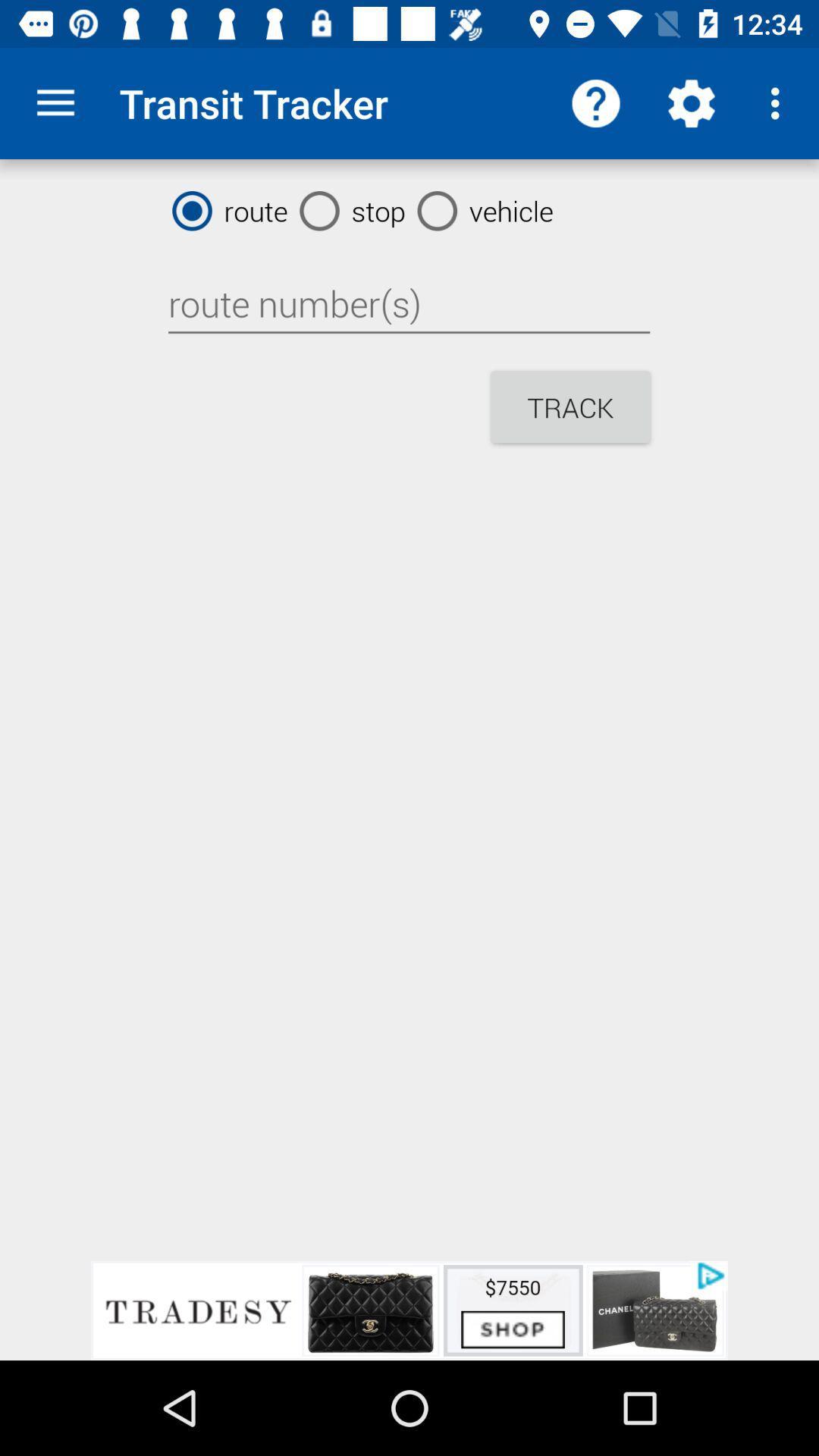 The width and height of the screenshot is (819, 1456). I want to click on route number 's, so click(408, 303).